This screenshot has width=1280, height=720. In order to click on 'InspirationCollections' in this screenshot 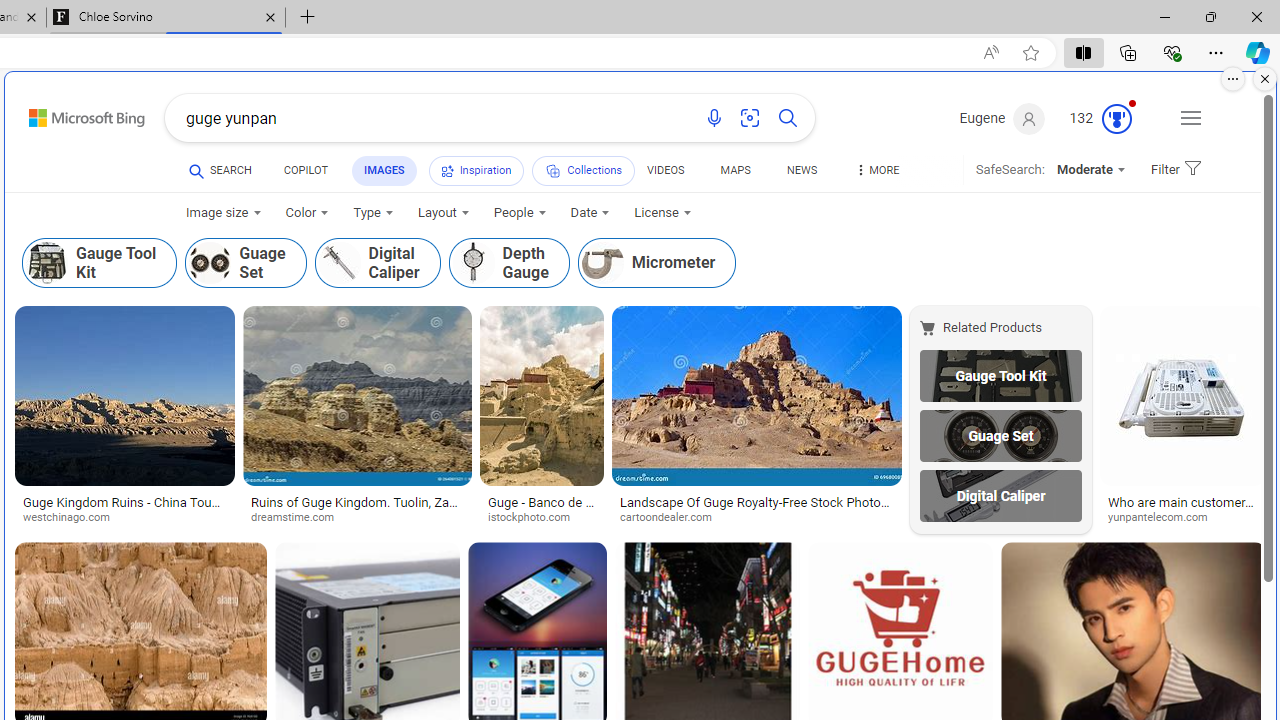, I will do `click(531, 172)`.